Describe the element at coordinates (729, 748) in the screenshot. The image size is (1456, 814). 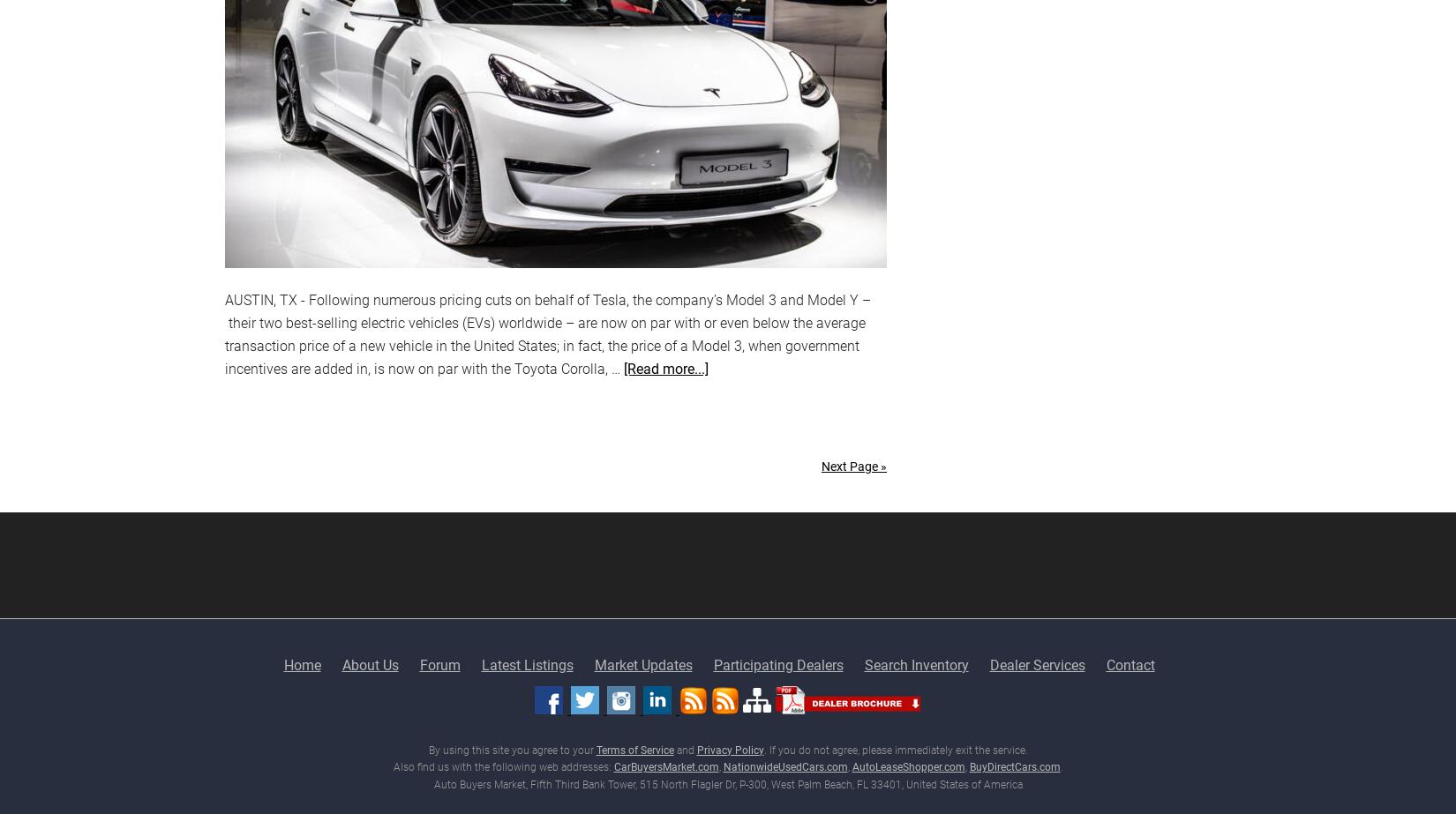
I see `'Privacy Policy'` at that location.